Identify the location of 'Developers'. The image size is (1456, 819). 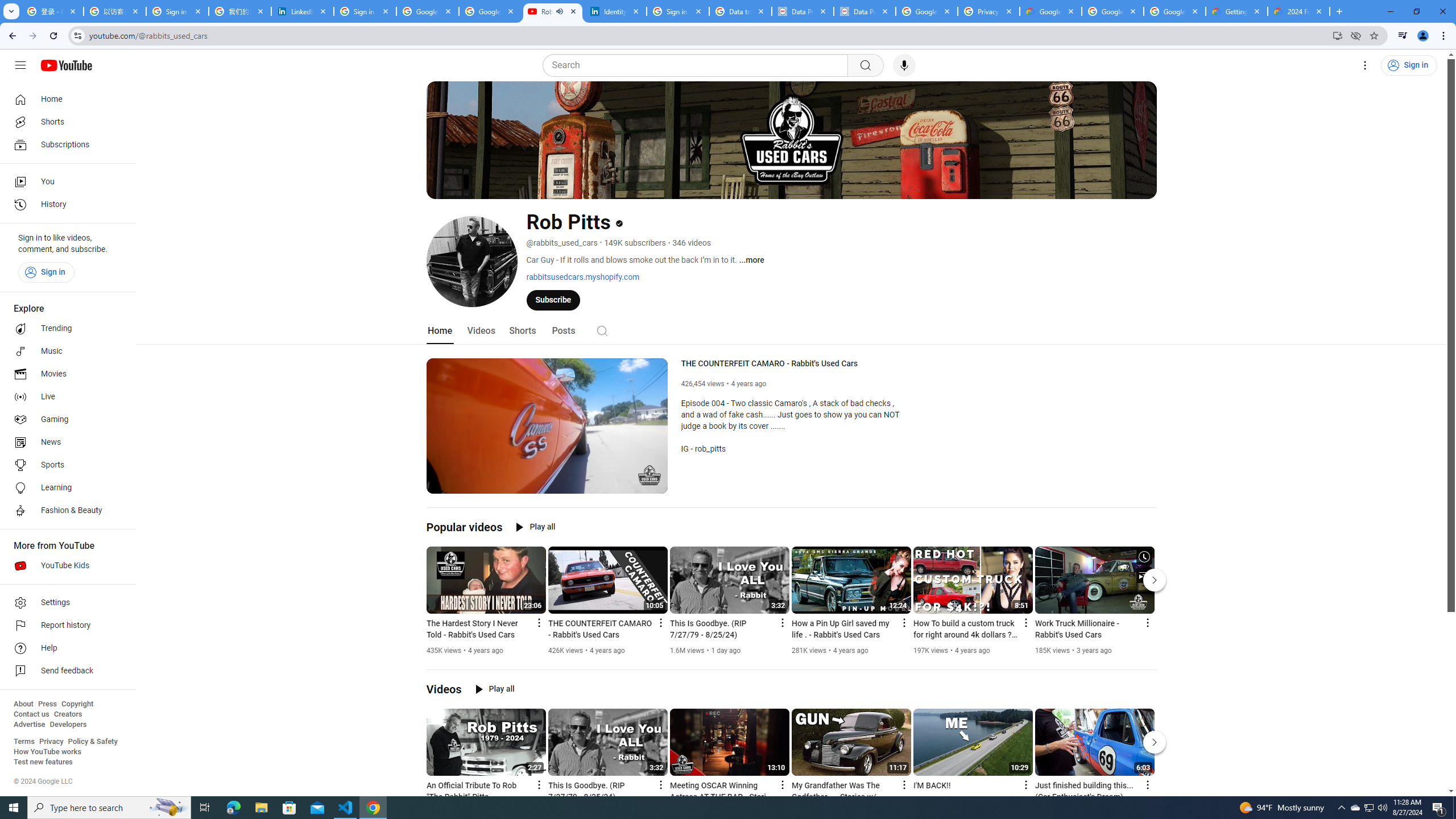
(68, 723).